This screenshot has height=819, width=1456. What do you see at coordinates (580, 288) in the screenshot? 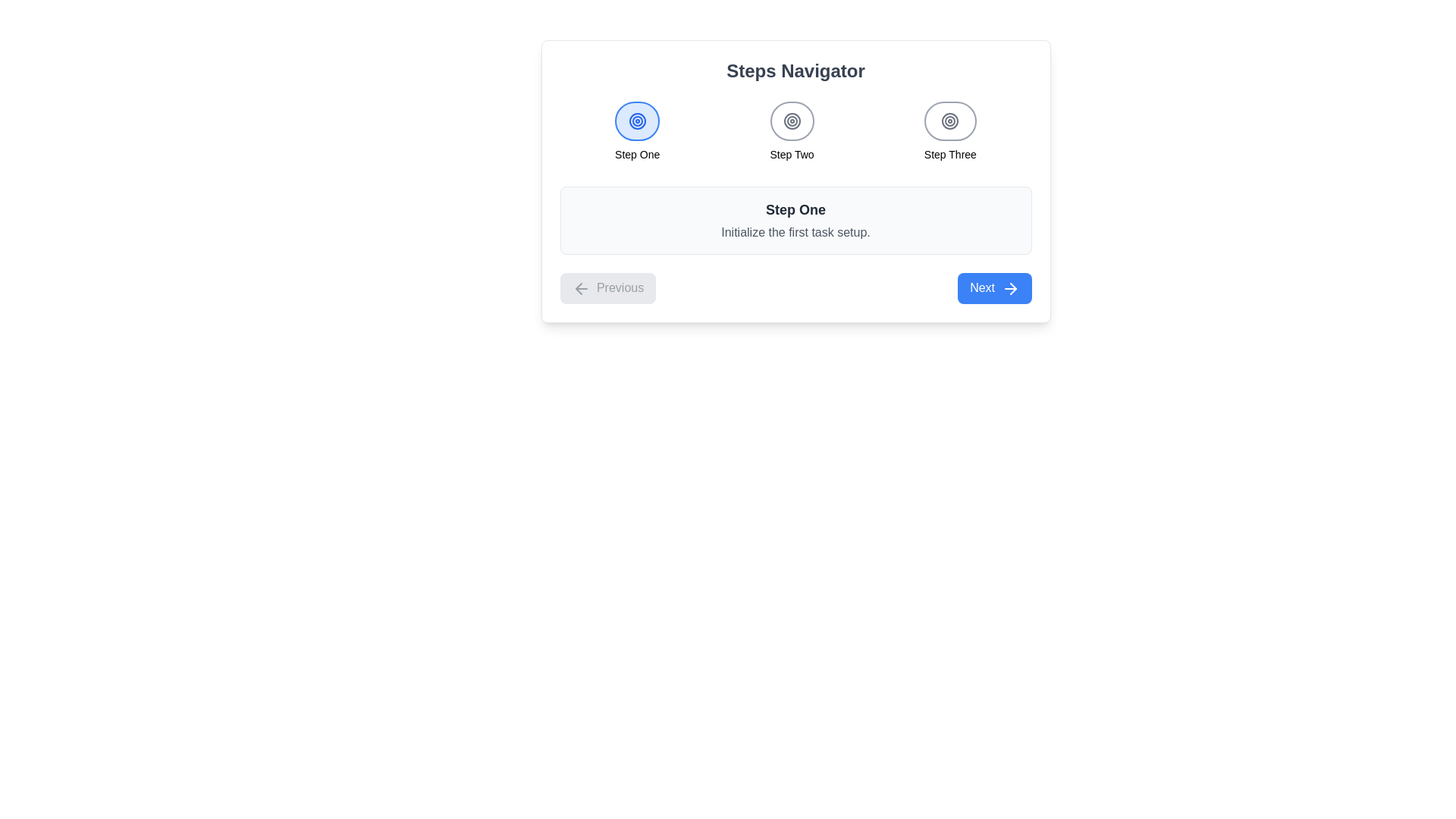
I see `the 'Previous' button that contains the left-arrow icon styled with rounded ends and sharp corners, located at the bottom-left of the card component` at bounding box center [580, 288].